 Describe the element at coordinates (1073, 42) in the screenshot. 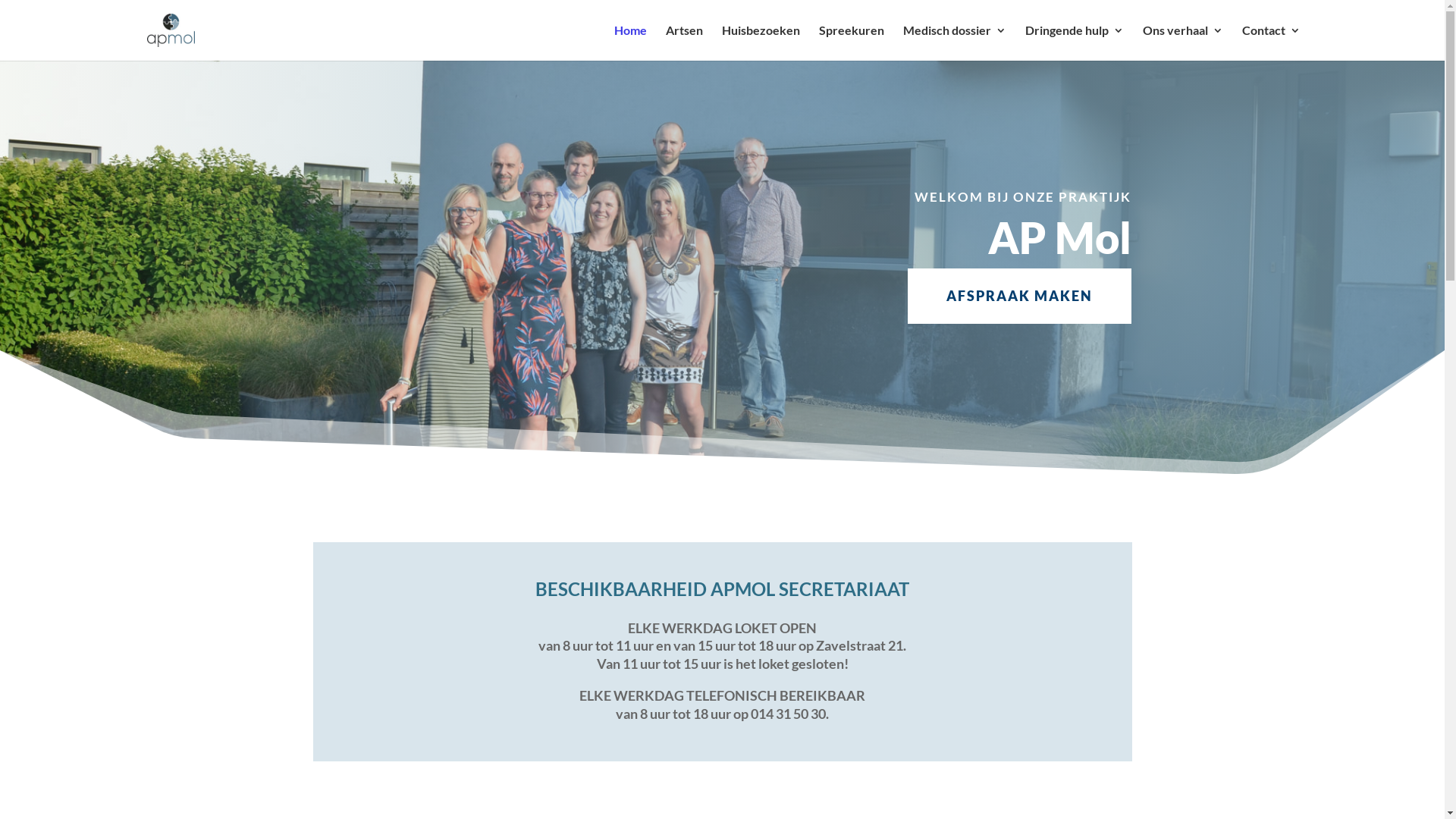

I see `'Dringende hulp'` at that location.